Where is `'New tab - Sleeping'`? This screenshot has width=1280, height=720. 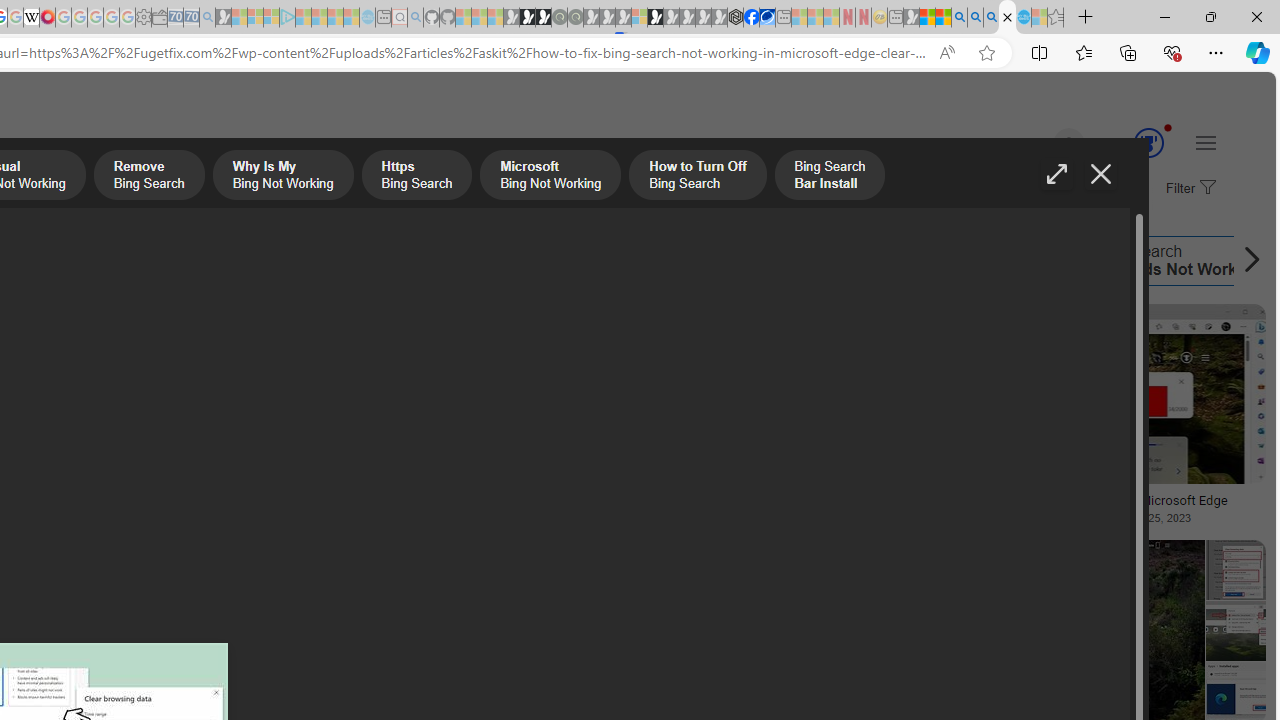
'New tab - Sleeping' is located at coordinates (894, 17).